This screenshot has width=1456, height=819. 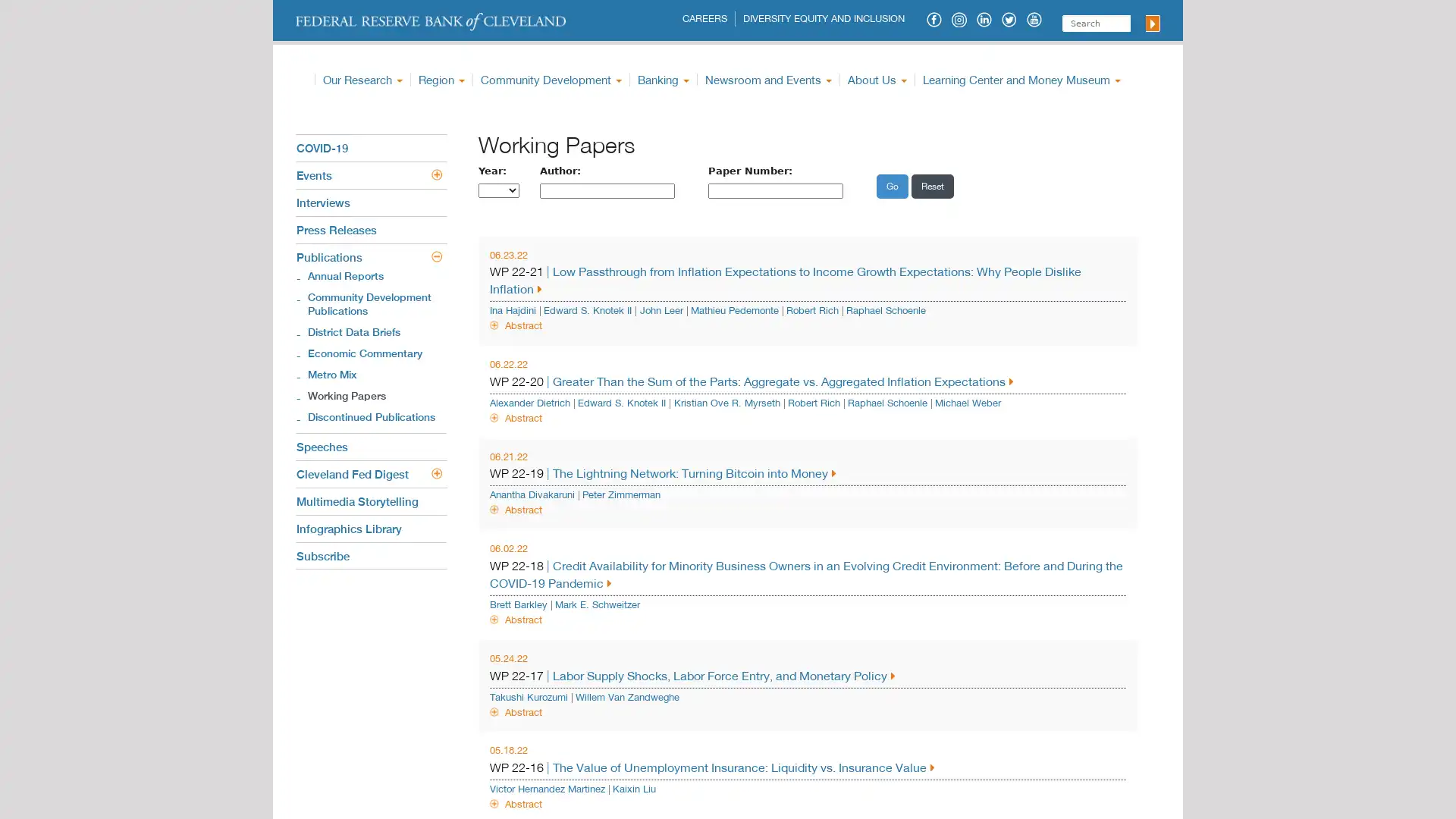 I want to click on Reset, so click(x=931, y=185).